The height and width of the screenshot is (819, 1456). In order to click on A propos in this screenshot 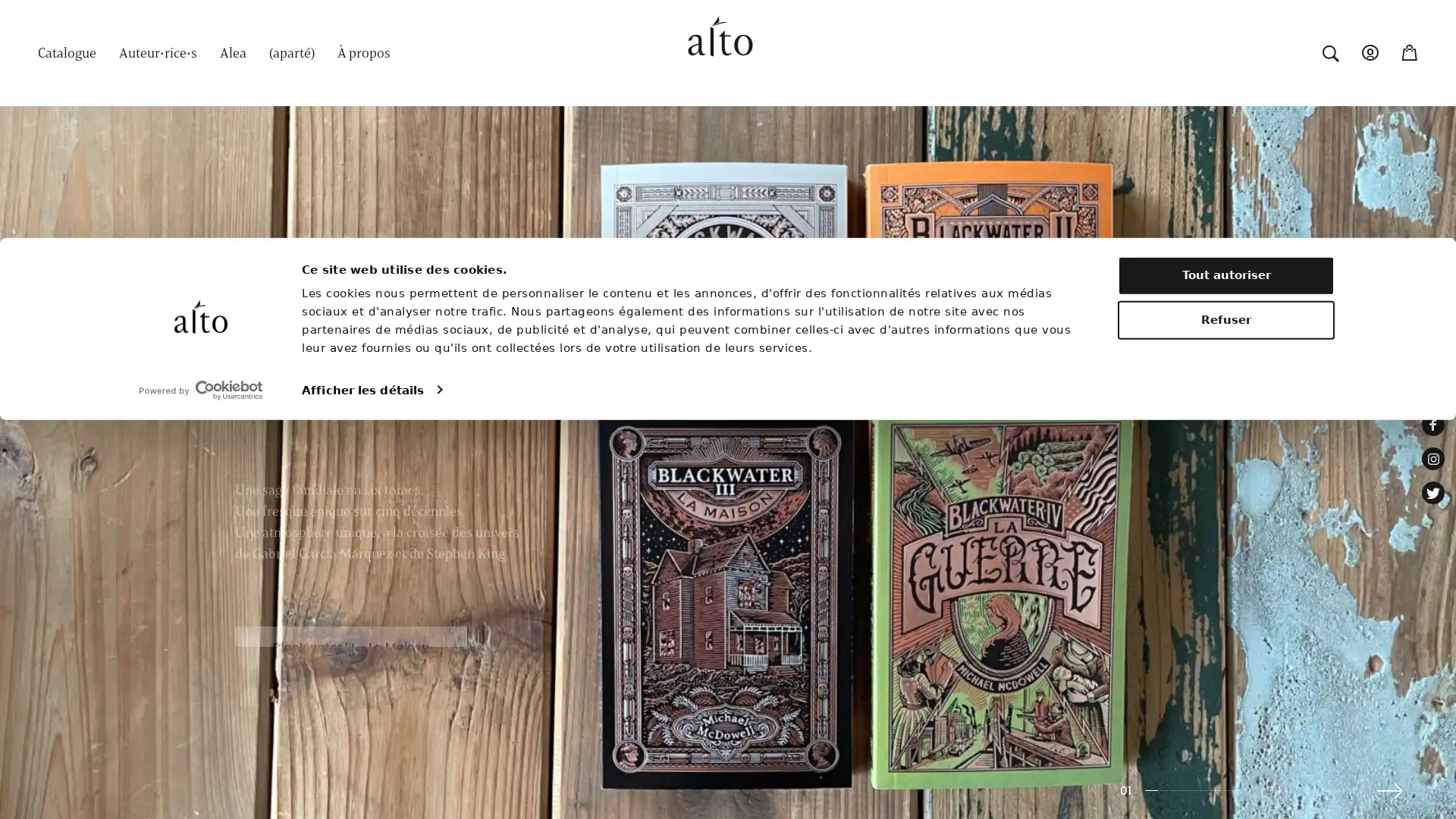, I will do `click(364, 52)`.